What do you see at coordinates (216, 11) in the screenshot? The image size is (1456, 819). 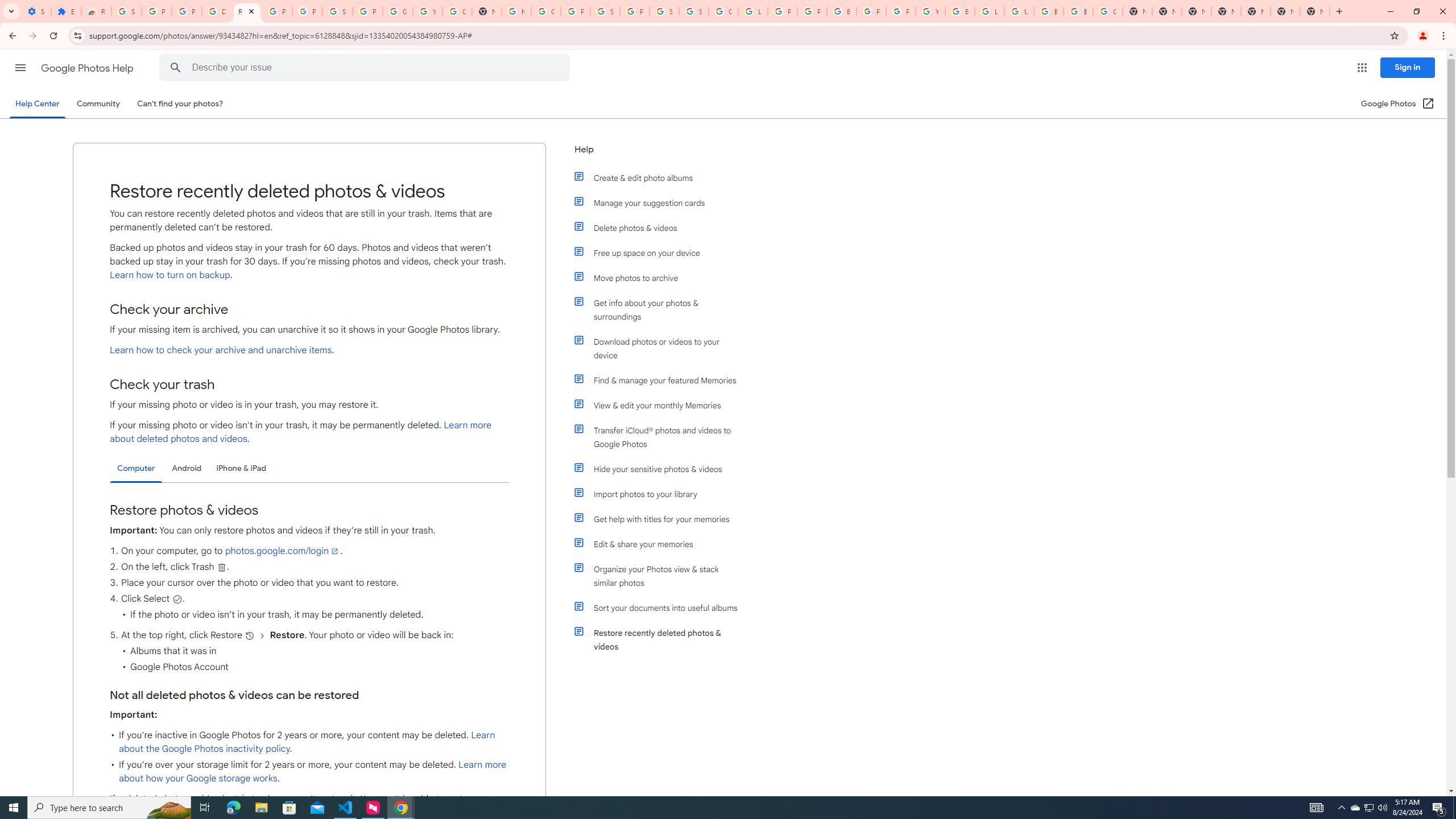 I see `'Delete photos & videos - Computer - Google Photos Help'` at bounding box center [216, 11].